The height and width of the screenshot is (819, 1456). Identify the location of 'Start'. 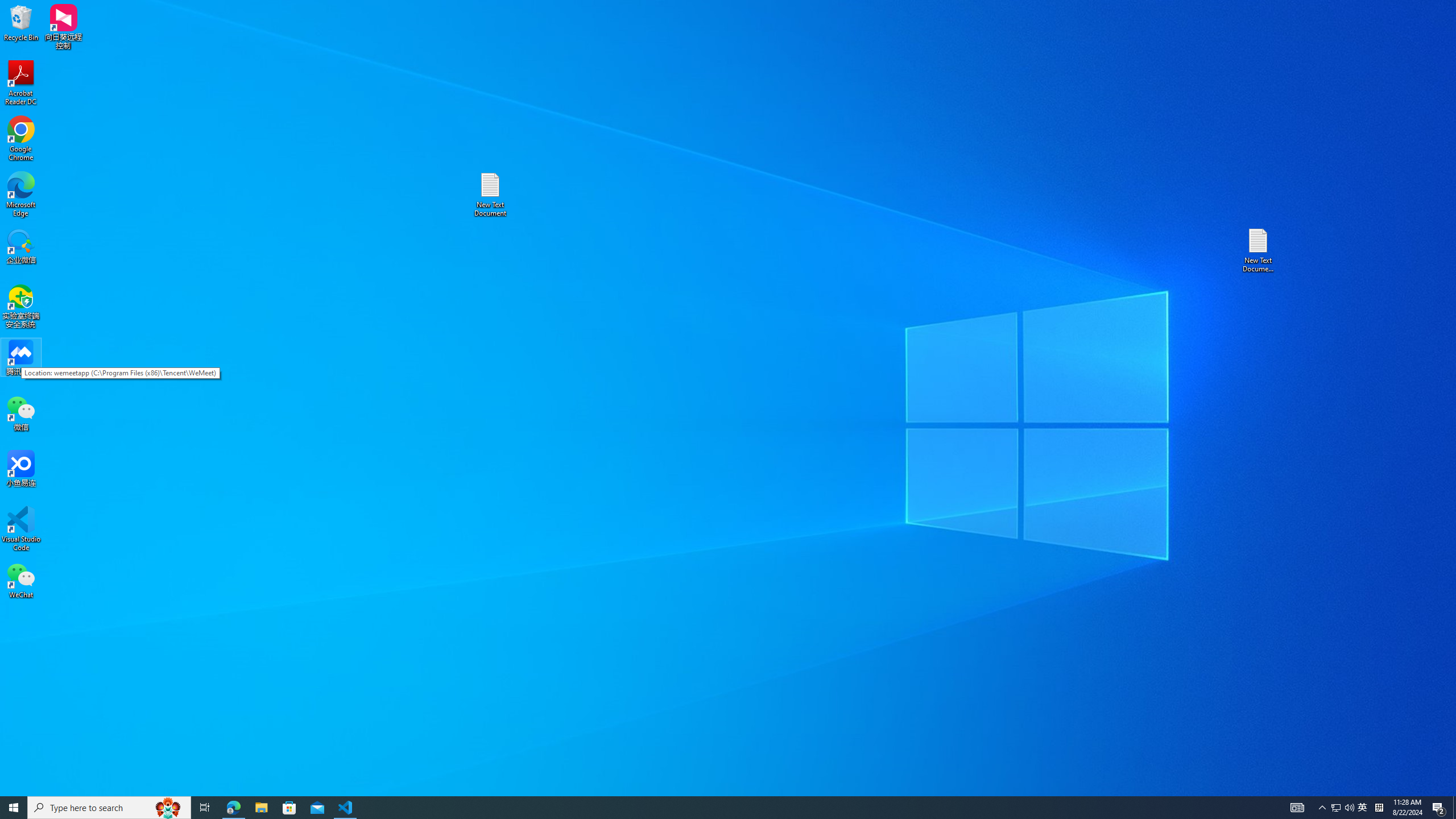
(14, 806).